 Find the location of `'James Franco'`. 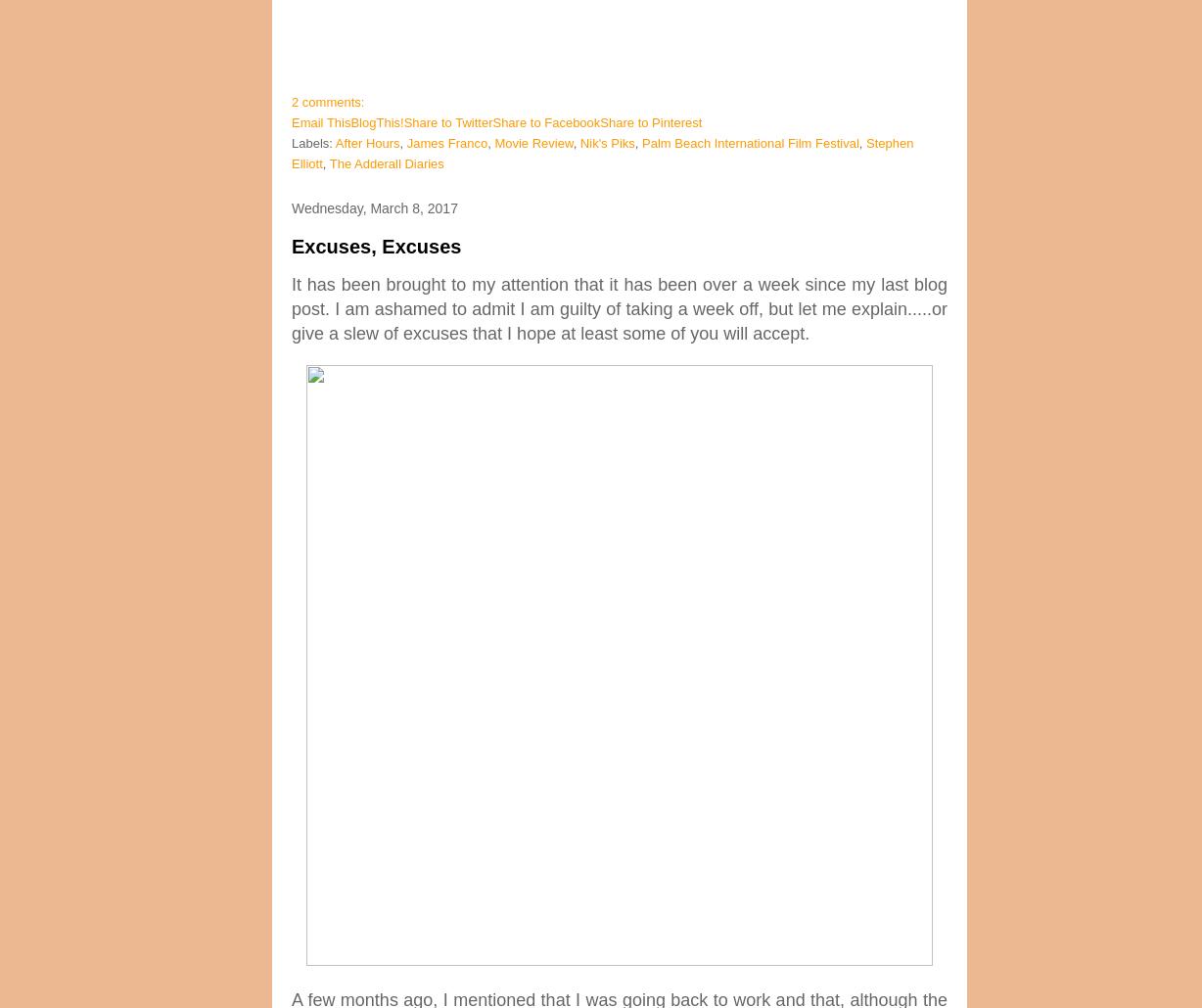

'James Franco' is located at coordinates (446, 142).